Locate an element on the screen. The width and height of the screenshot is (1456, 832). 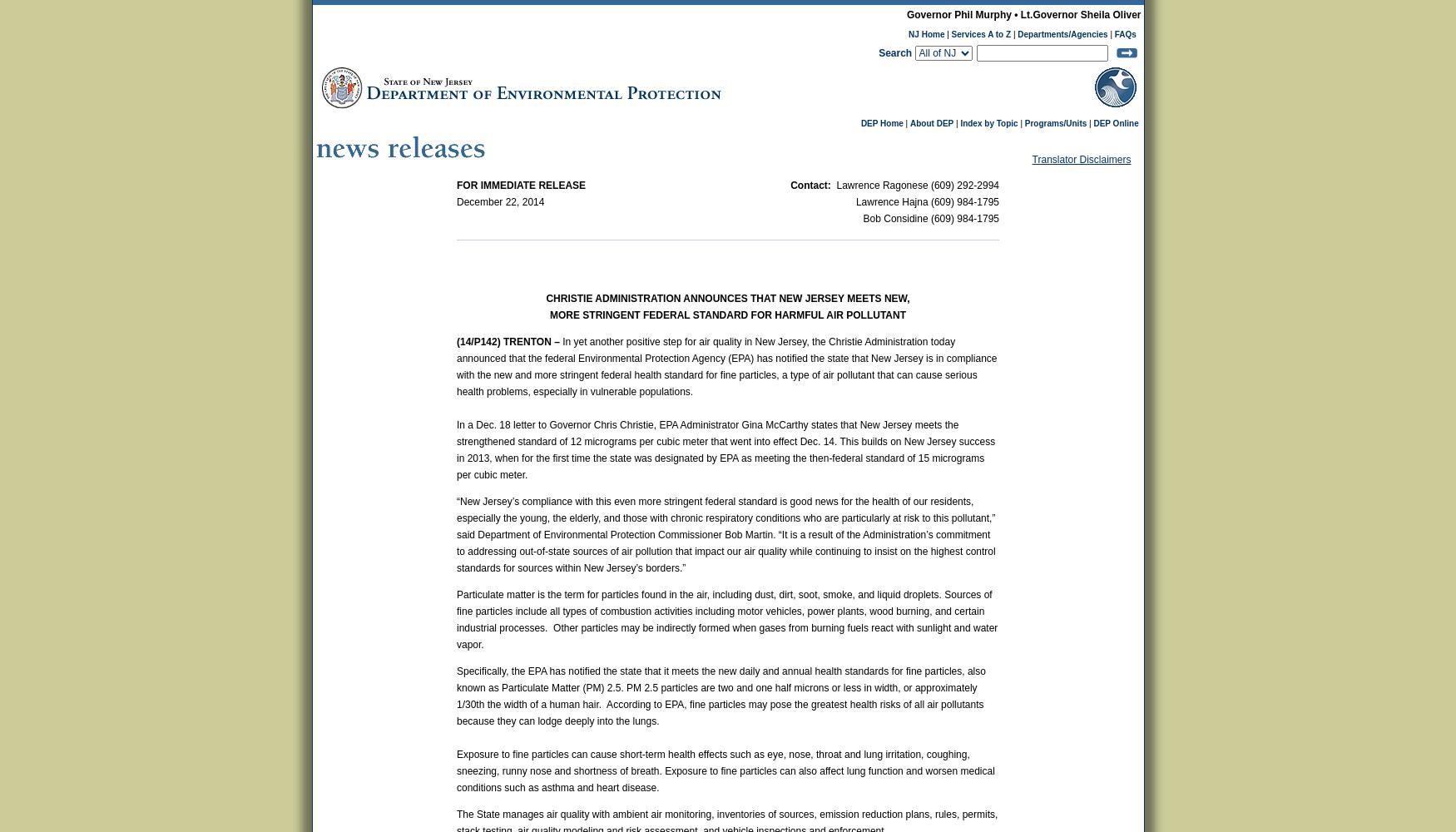
'In a Dec. 18 letter to Governor Chris Christie, EPA Administrator Gina McCarthy  states that New Jersey meets the strengthened standard of 12 micrograms per  cubic meter that went into effect Dec. 14. This builds on New Jersey success in  2013, when for the first time the state was designated by EPA as meeting the  then-federal standard of 15 micrograms per cubic meter.' is located at coordinates (455, 450).